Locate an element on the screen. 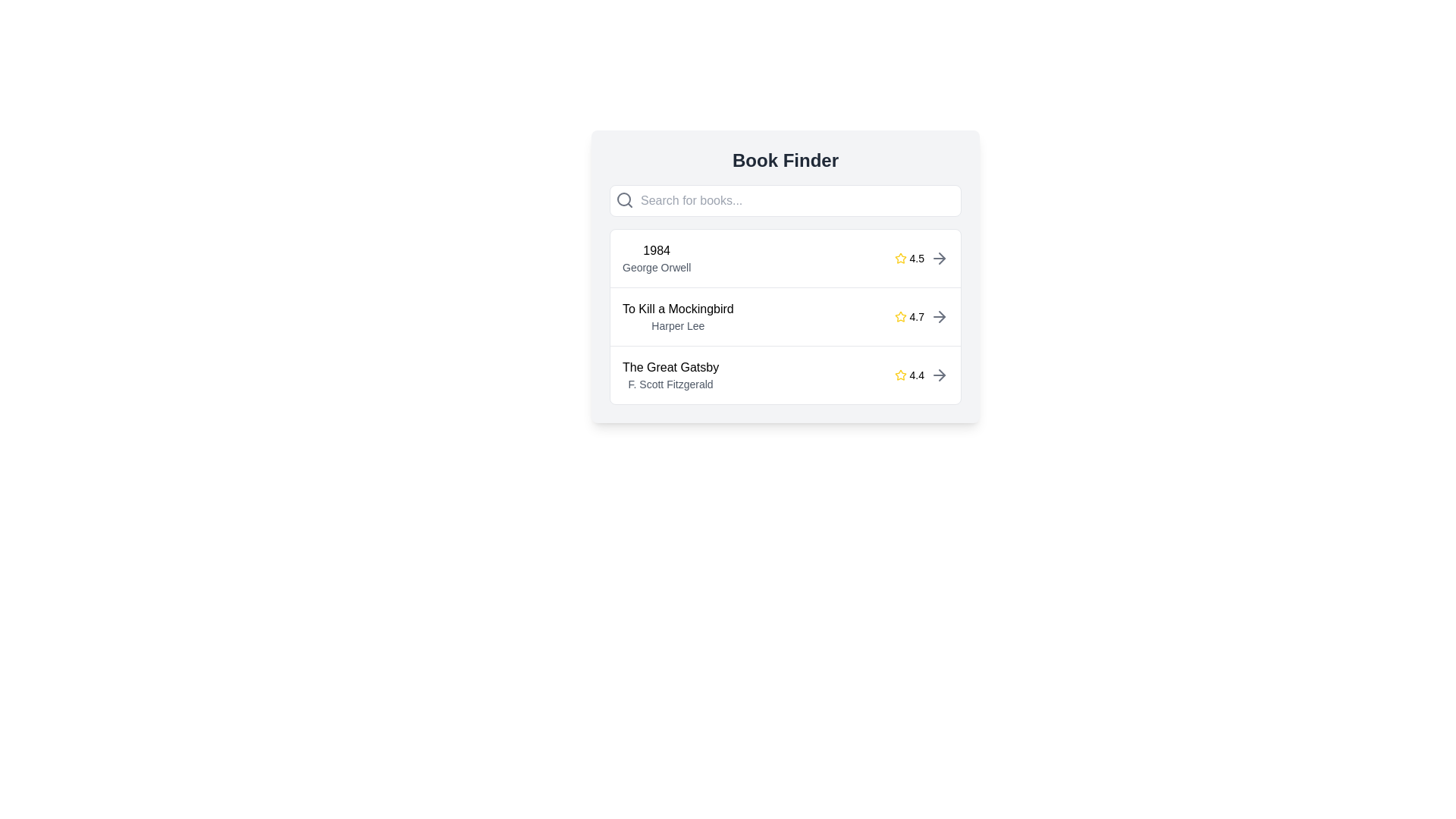 Image resolution: width=1456 pixels, height=819 pixels. the navigational arrow icon located at the far right of the 'The Great Gatsby' book entry, adjacent to the rating '4.4' is located at coordinates (938, 375).